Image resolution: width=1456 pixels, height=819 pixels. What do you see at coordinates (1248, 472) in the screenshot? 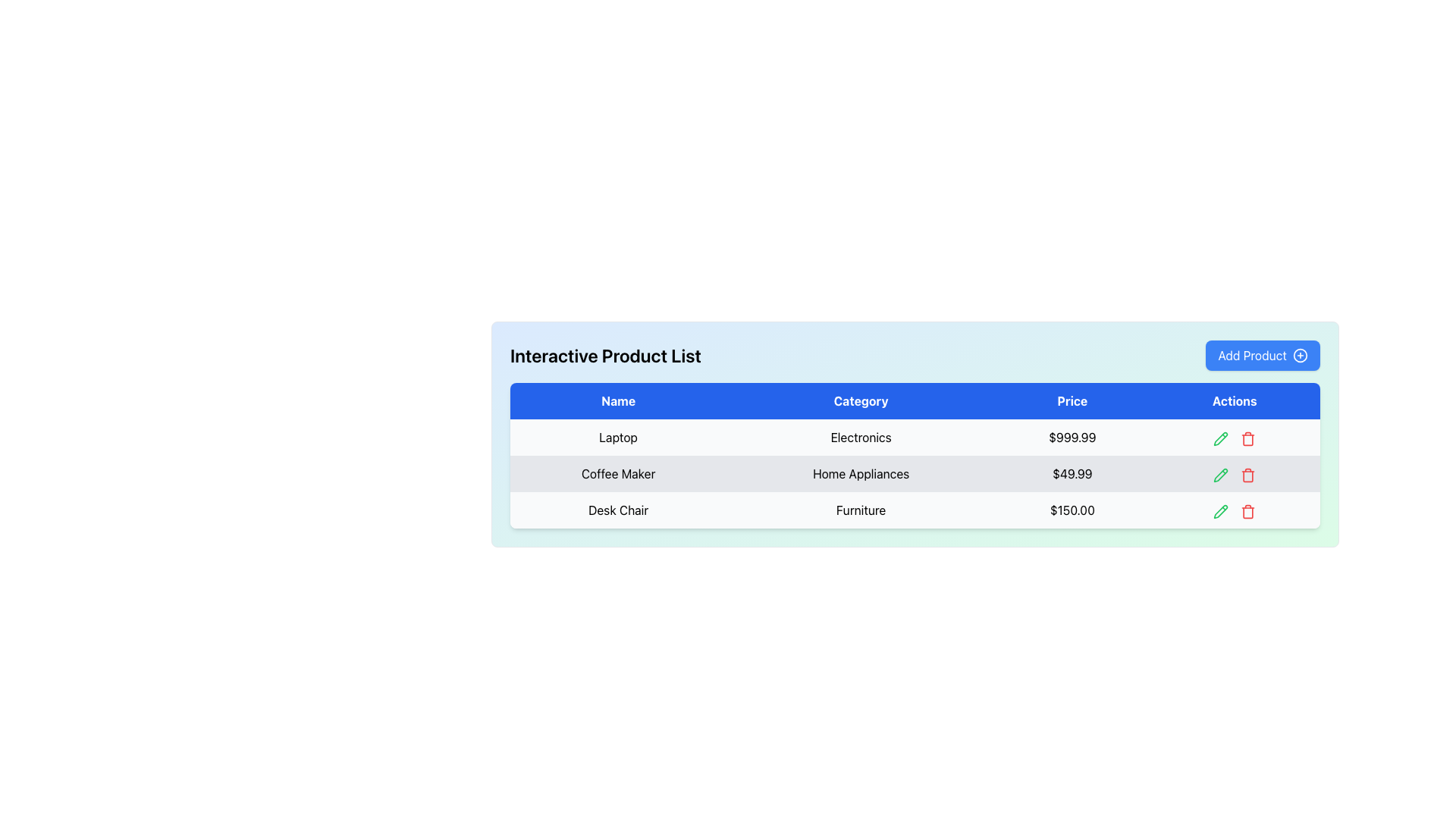
I see `the trash can icon button with a red fill in the 'Actions' column for the 'Coffee Maker' item` at bounding box center [1248, 472].